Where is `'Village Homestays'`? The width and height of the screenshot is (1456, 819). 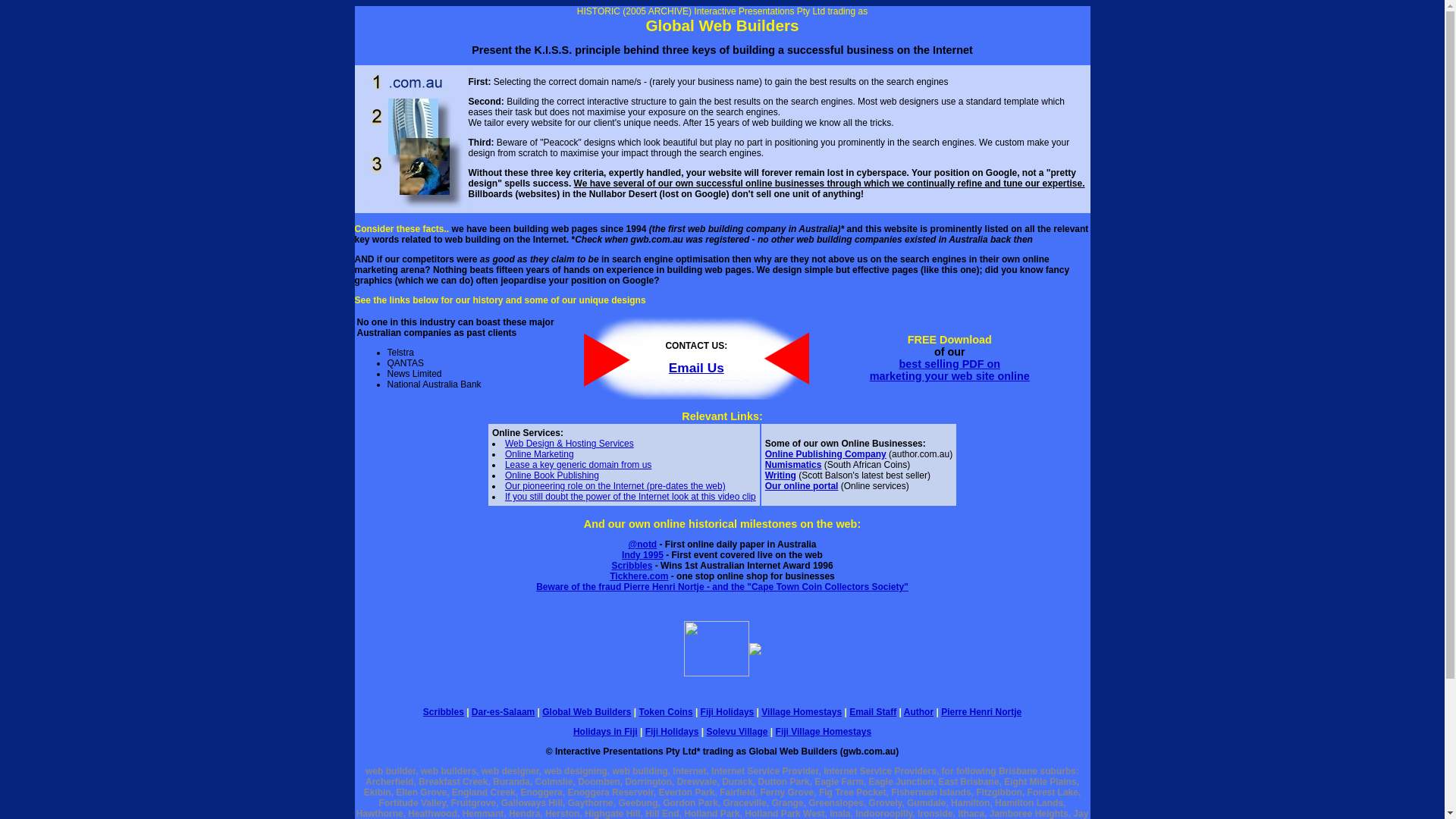 'Village Homestays' is located at coordinates (800, 711).